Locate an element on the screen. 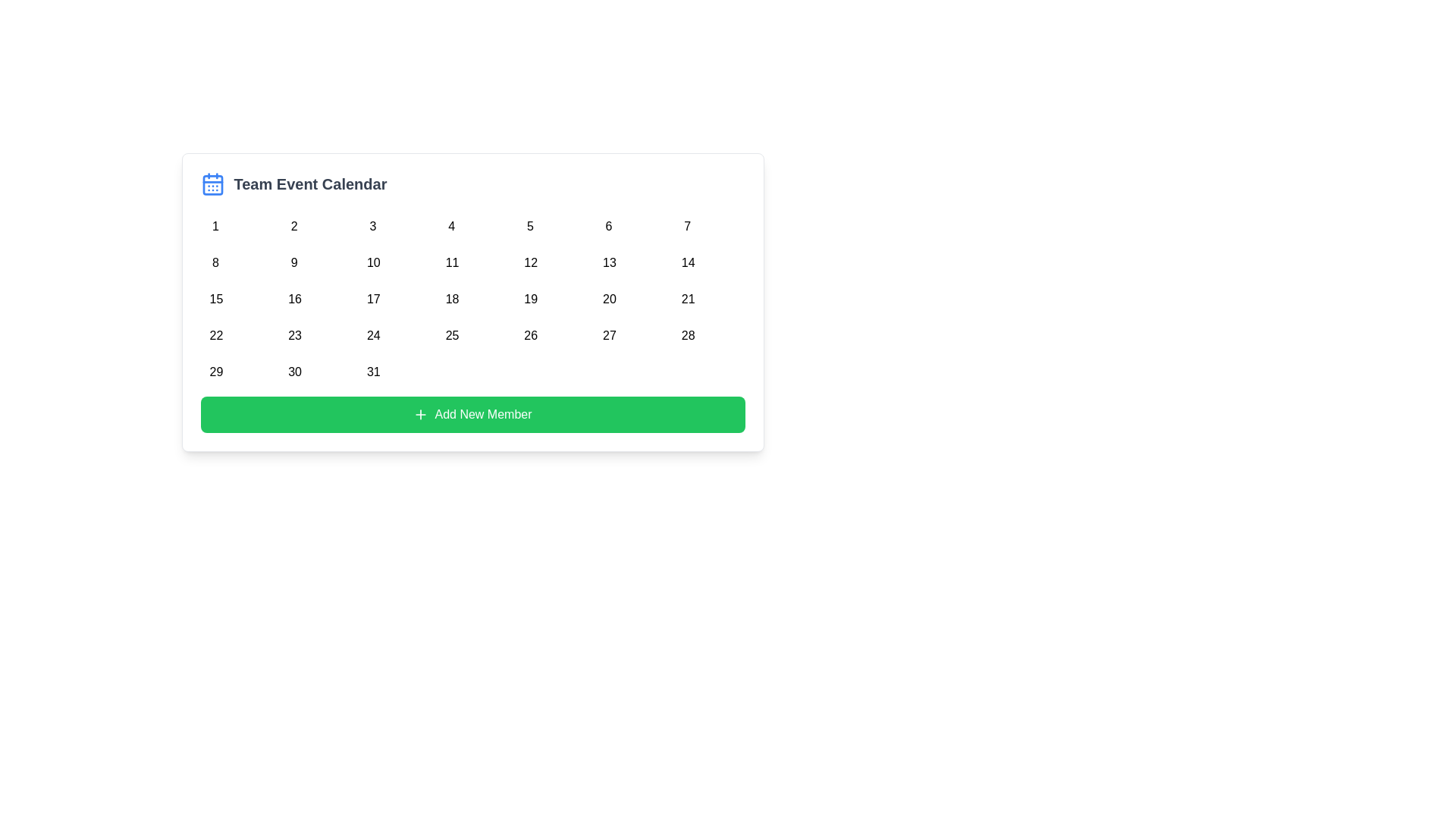 Image resolution: width=1456 pixels, height=819 pixels. the clickable date button for the date '28' in the last row, fourth column of the calendar grid is located at coordinates (686, 332).